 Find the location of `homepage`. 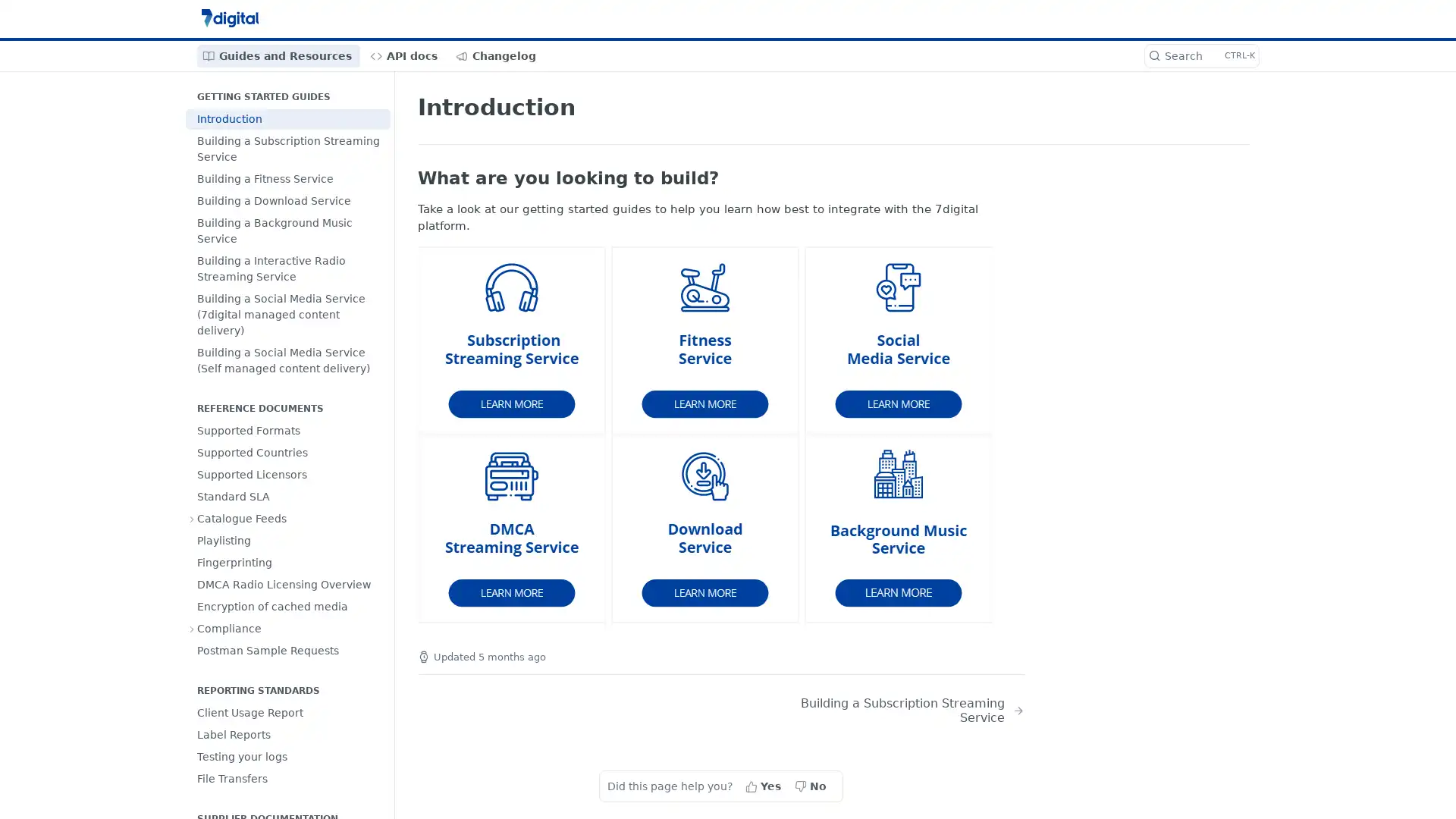

homepage is located at coordinates (899, 528).